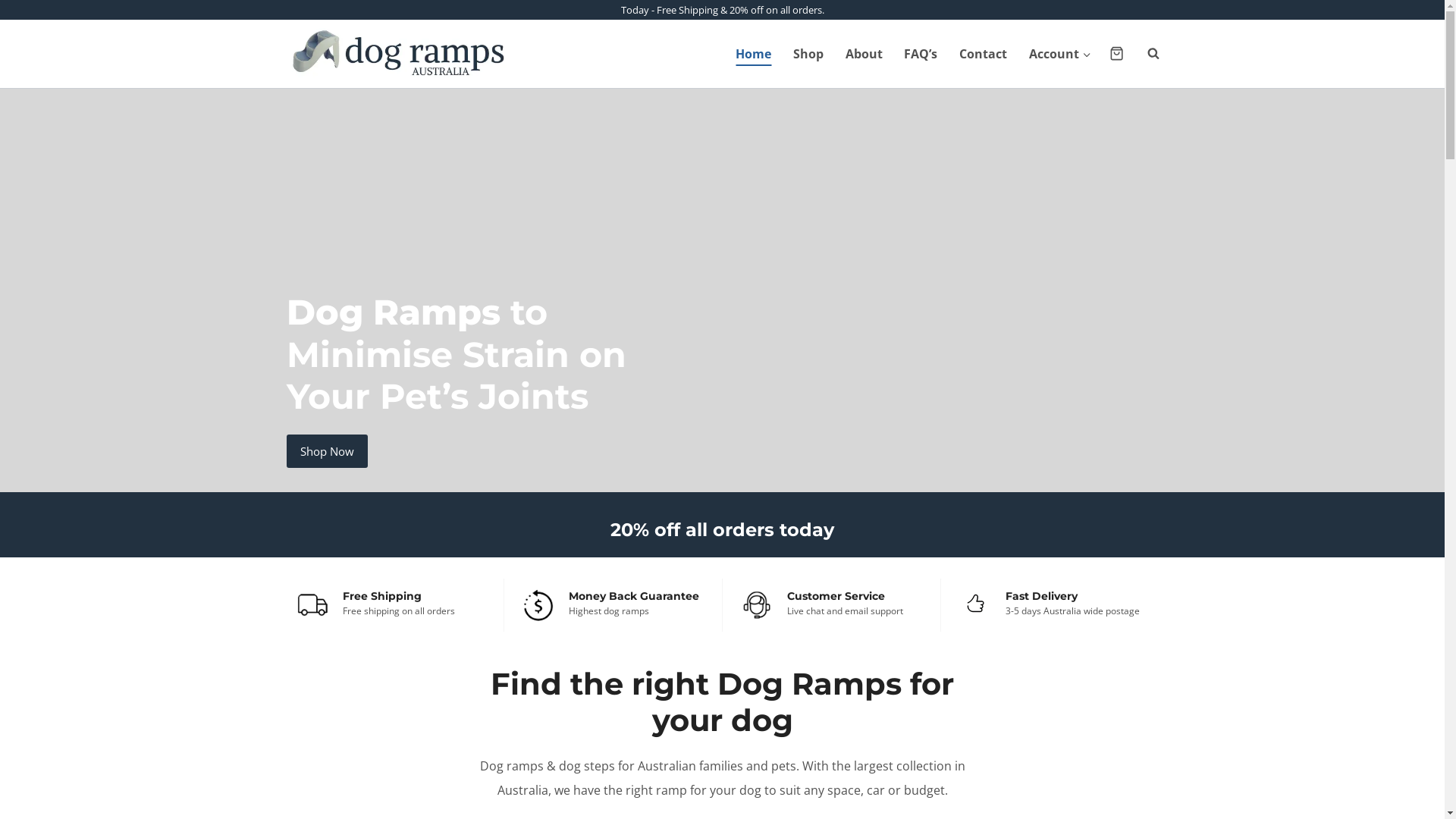 The height and width of the screenshot is (819, 1456). What do you see at coordinates (287, 450) in the screenshot?
I see `'Shop Now'` at bounding box center [287, 450].